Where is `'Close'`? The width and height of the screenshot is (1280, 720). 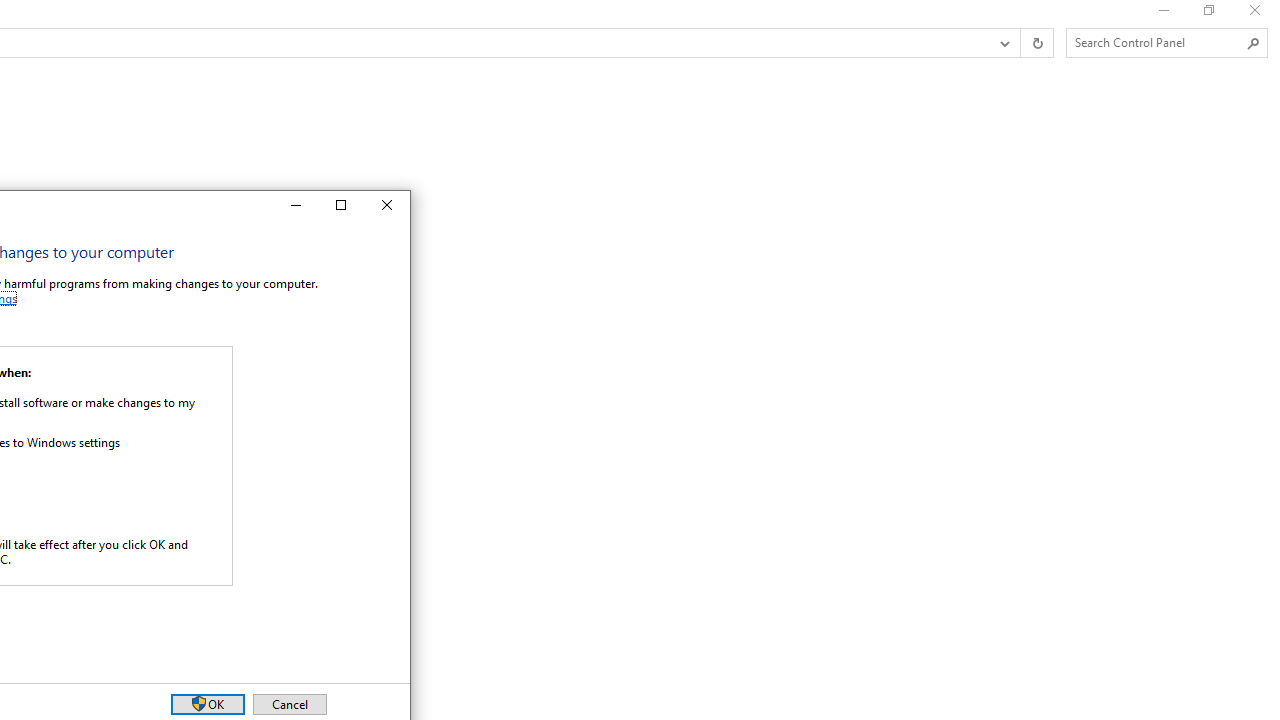
'Close' is located at coordinates (387, 205).